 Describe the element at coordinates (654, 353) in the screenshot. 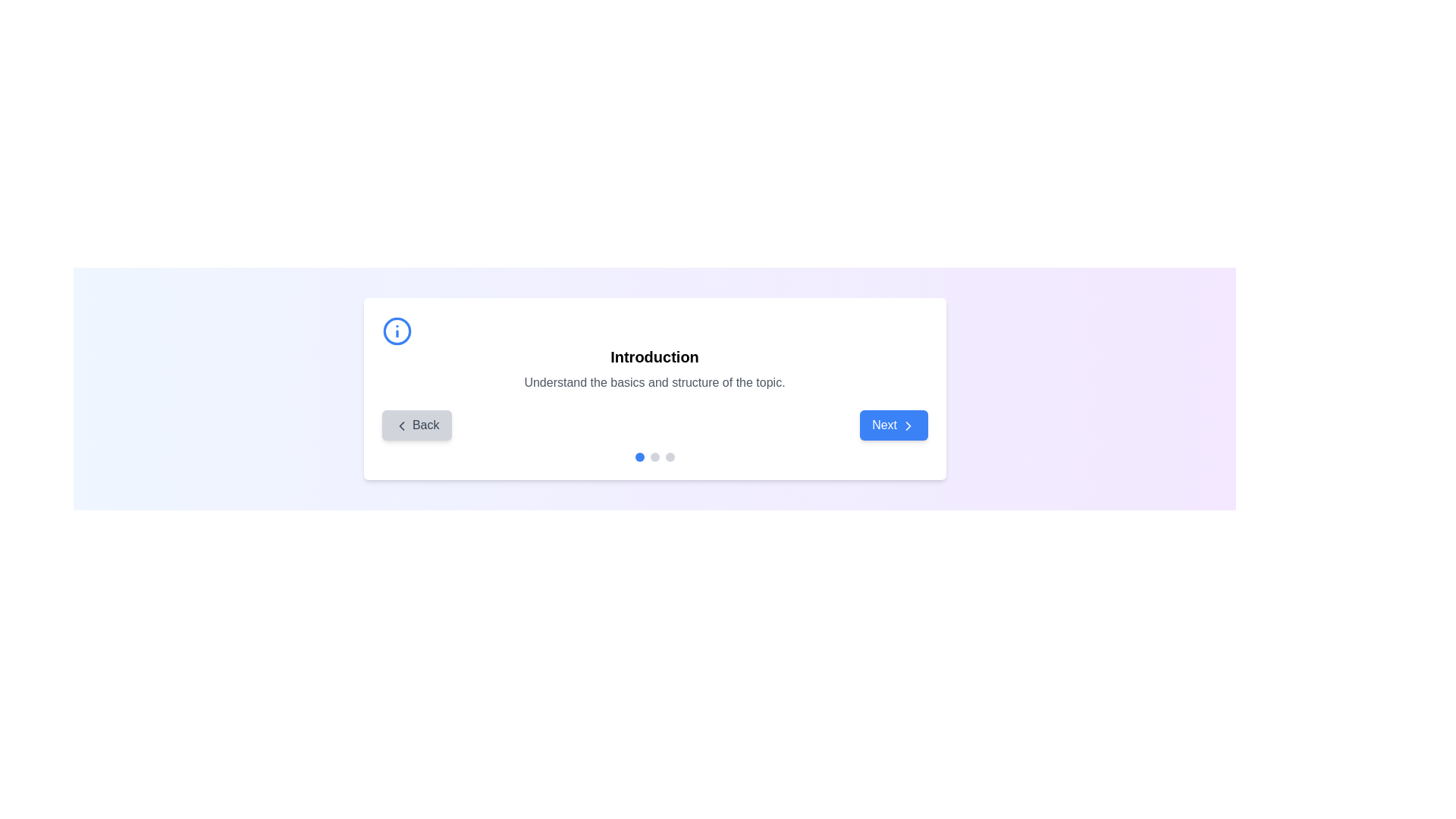

I see `the Text block element titled 'Introduction' which contains the description 'Understand the basics and structure of the topic.'` at that location.